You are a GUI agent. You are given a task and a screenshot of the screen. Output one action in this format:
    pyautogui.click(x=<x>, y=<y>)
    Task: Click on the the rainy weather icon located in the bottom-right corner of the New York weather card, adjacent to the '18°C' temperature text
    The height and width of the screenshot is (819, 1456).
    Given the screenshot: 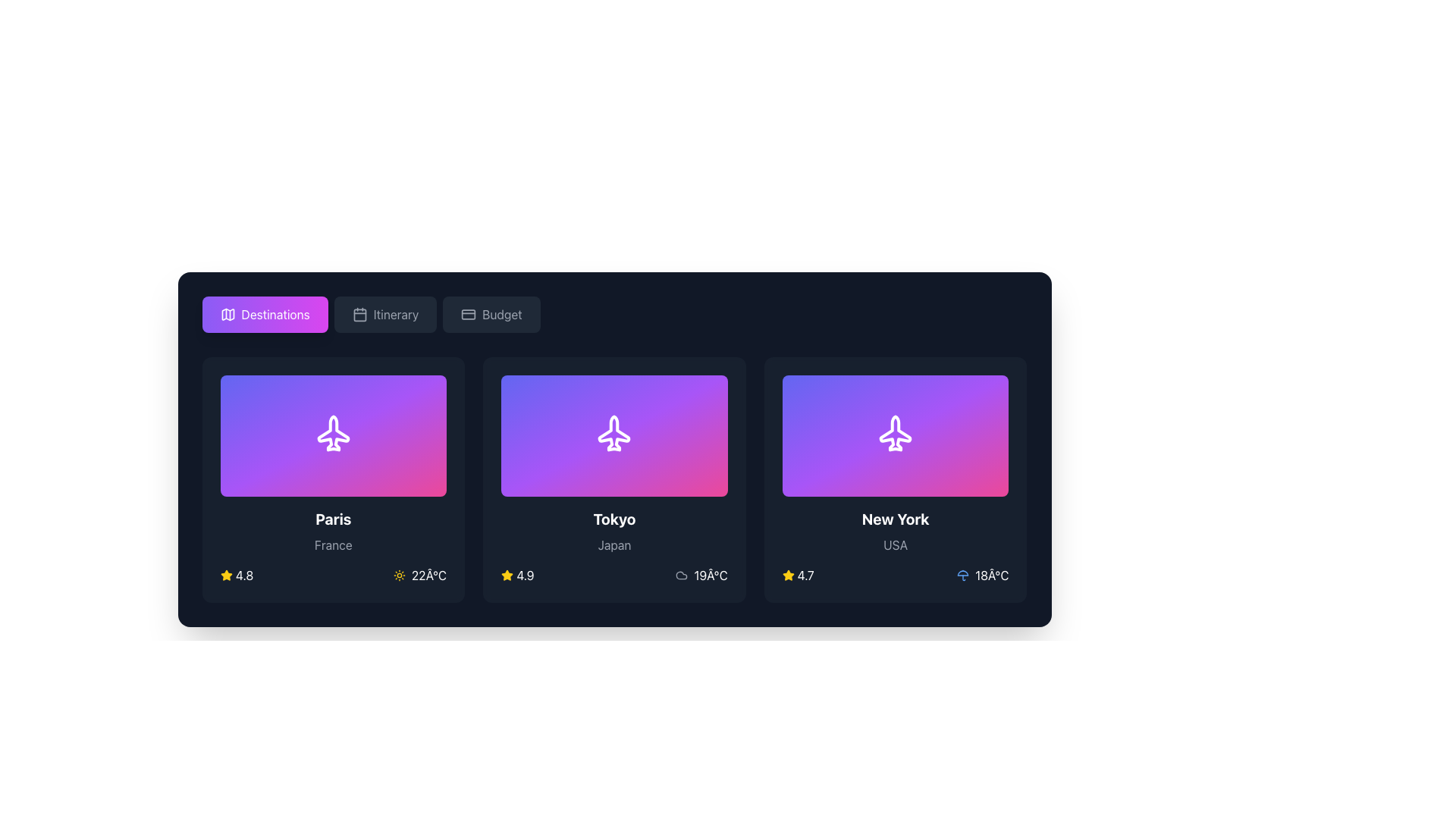 What is the action you would take?
    pyautogui.click(x=962, y=576)
    